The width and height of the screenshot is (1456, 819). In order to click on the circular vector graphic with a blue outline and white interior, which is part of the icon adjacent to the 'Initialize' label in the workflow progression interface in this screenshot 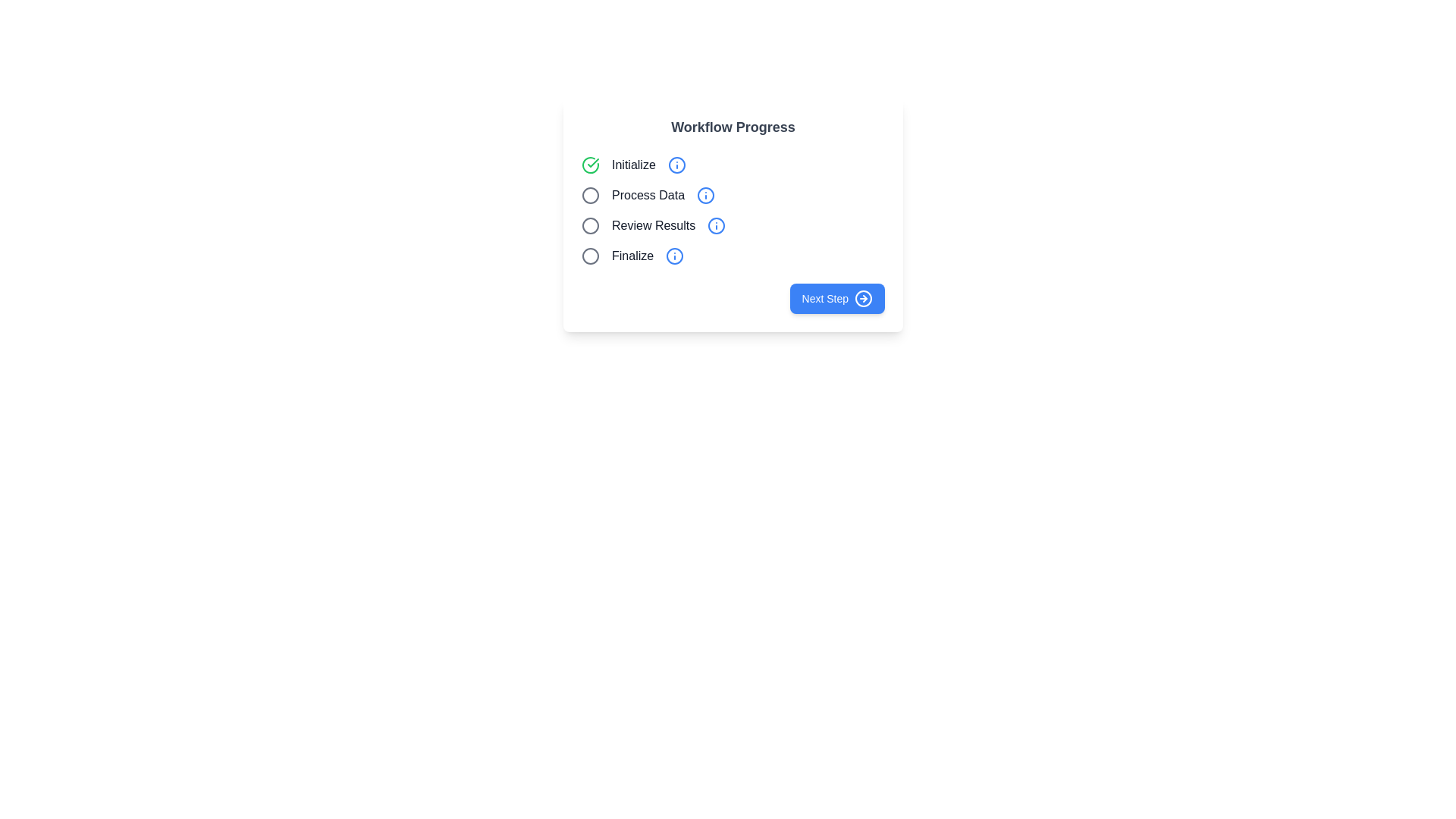, I will do `click(676, 165)`.